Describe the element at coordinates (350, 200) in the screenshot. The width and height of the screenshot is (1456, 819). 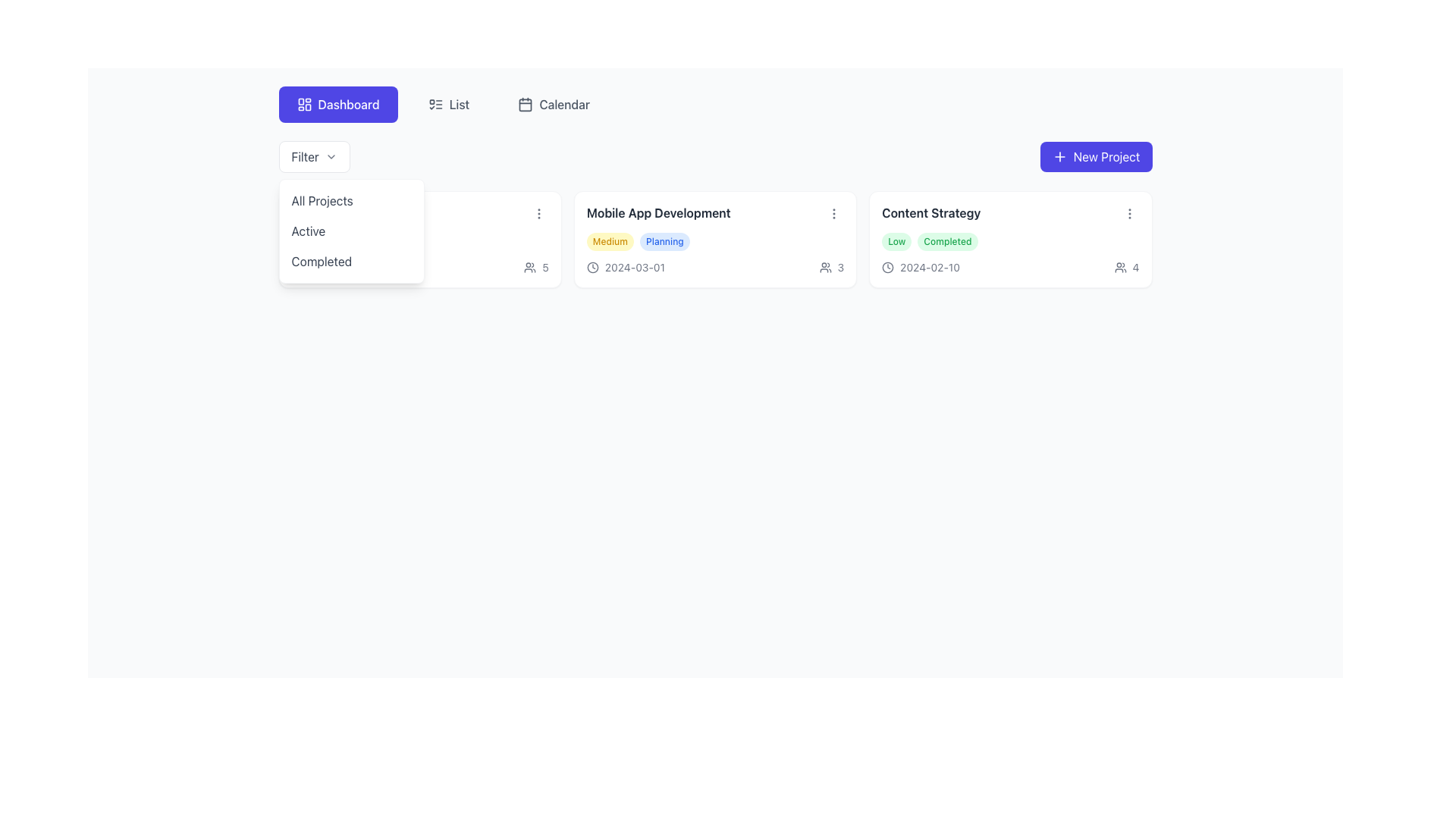
I see `the first option in the dropdown menu that serves as a filter for all projects, located below the 'Filter' button` at that location.